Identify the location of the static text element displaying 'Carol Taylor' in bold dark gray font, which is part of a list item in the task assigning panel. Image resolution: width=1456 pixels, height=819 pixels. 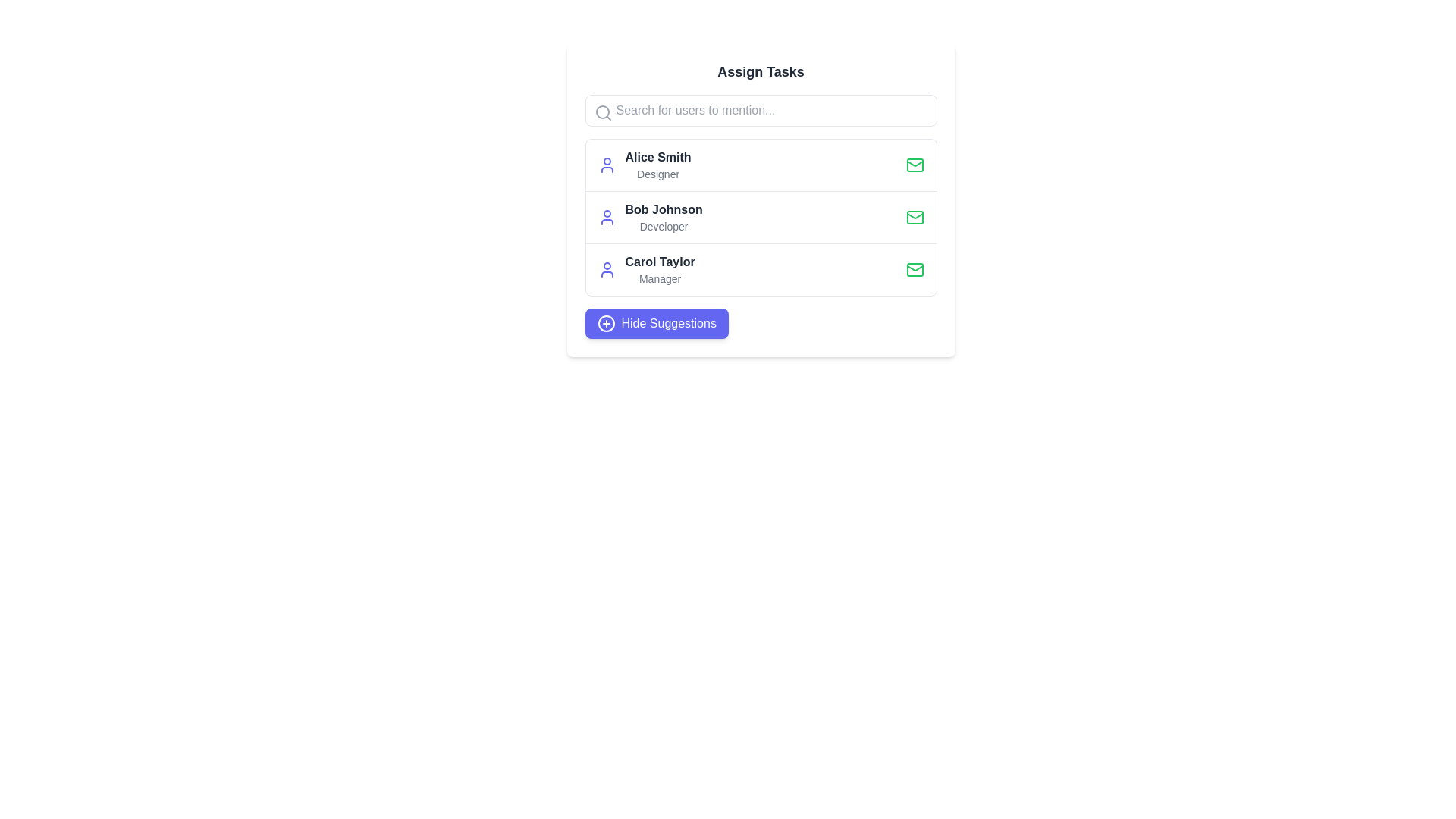
(660, 262).